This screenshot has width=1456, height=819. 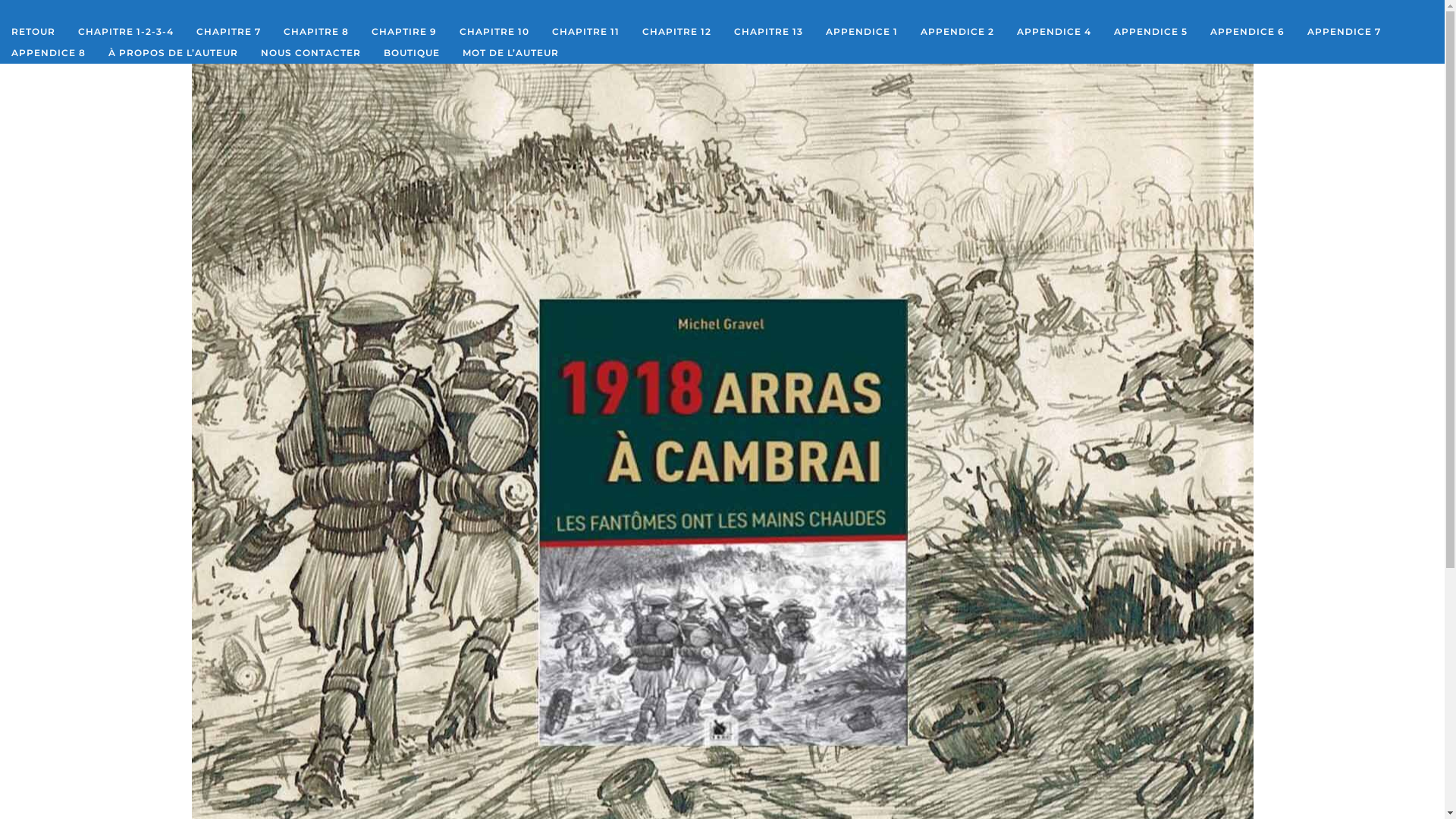 What do you see at coordinates (722, 32) in the screenshot?
I see `'CHAPITRE 13'` at bounding box center [722, 32].